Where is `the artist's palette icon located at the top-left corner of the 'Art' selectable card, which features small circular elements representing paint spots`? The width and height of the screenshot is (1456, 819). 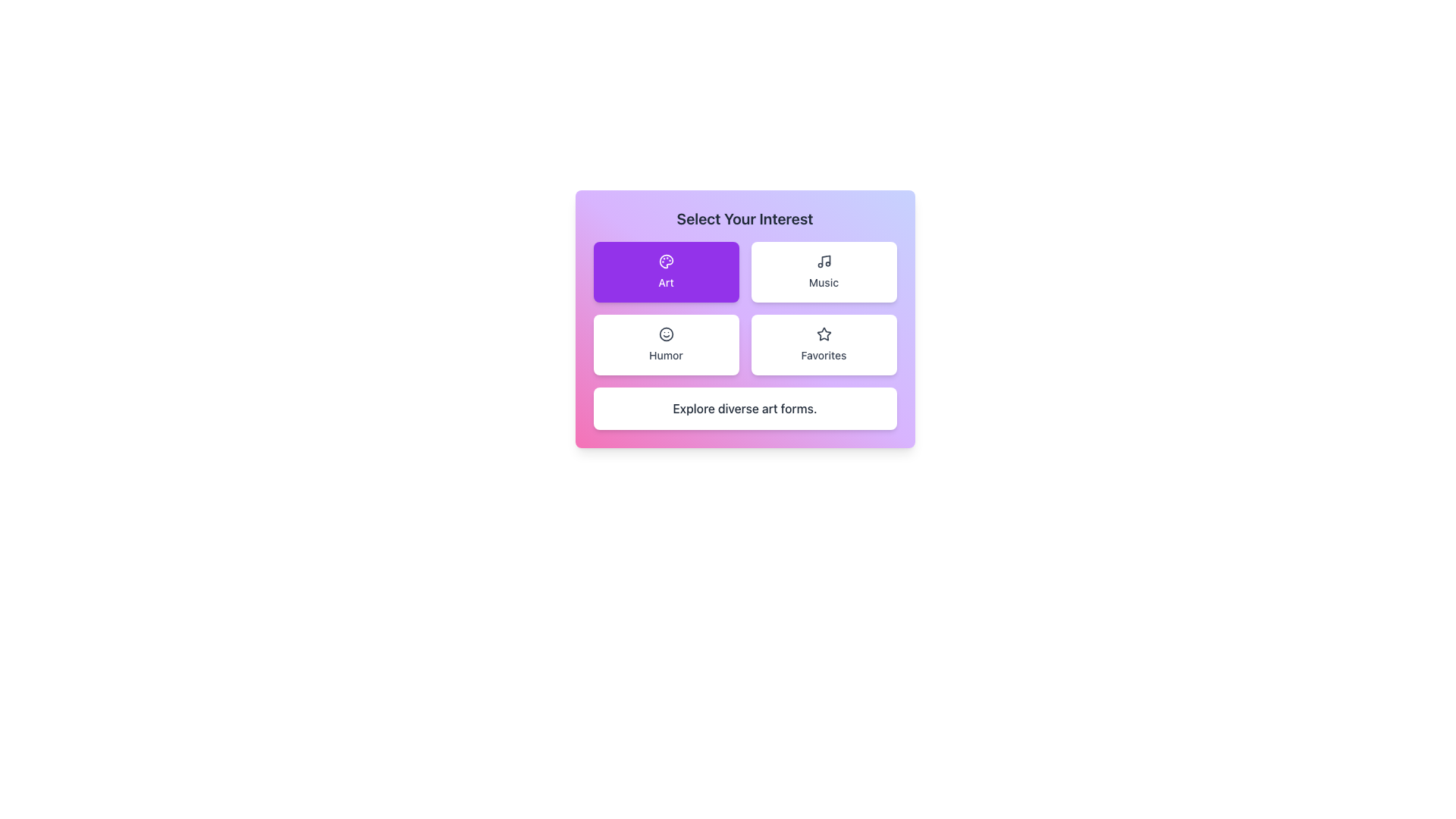
the artist's palette icon located at the top-left corner of the 'Art' selectable card, which features small circular elements representing paint spots is located at coordinates (666, 260).